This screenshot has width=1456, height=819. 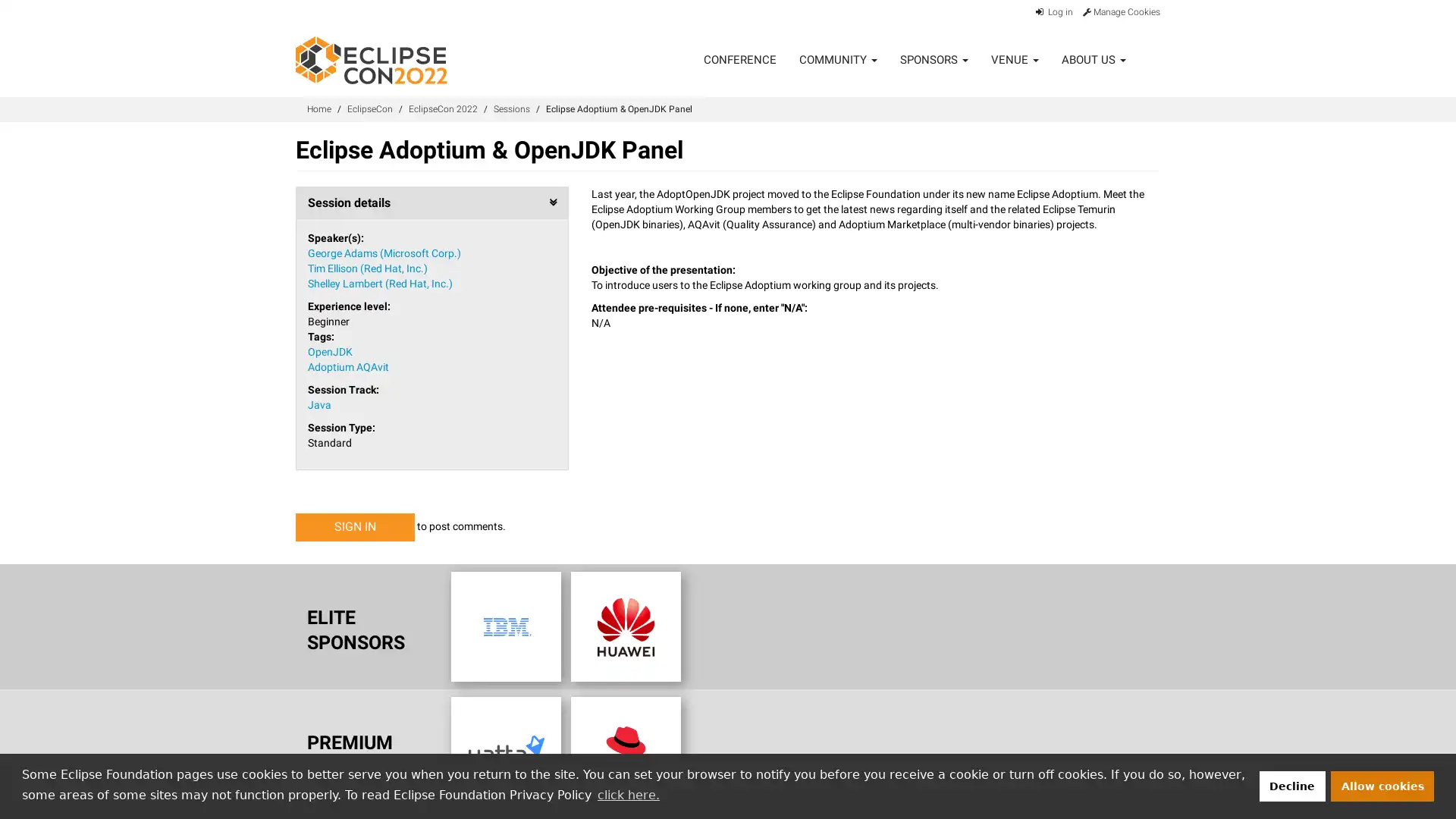 I want to click on learn more about cookies, so click(x=628, y=794).